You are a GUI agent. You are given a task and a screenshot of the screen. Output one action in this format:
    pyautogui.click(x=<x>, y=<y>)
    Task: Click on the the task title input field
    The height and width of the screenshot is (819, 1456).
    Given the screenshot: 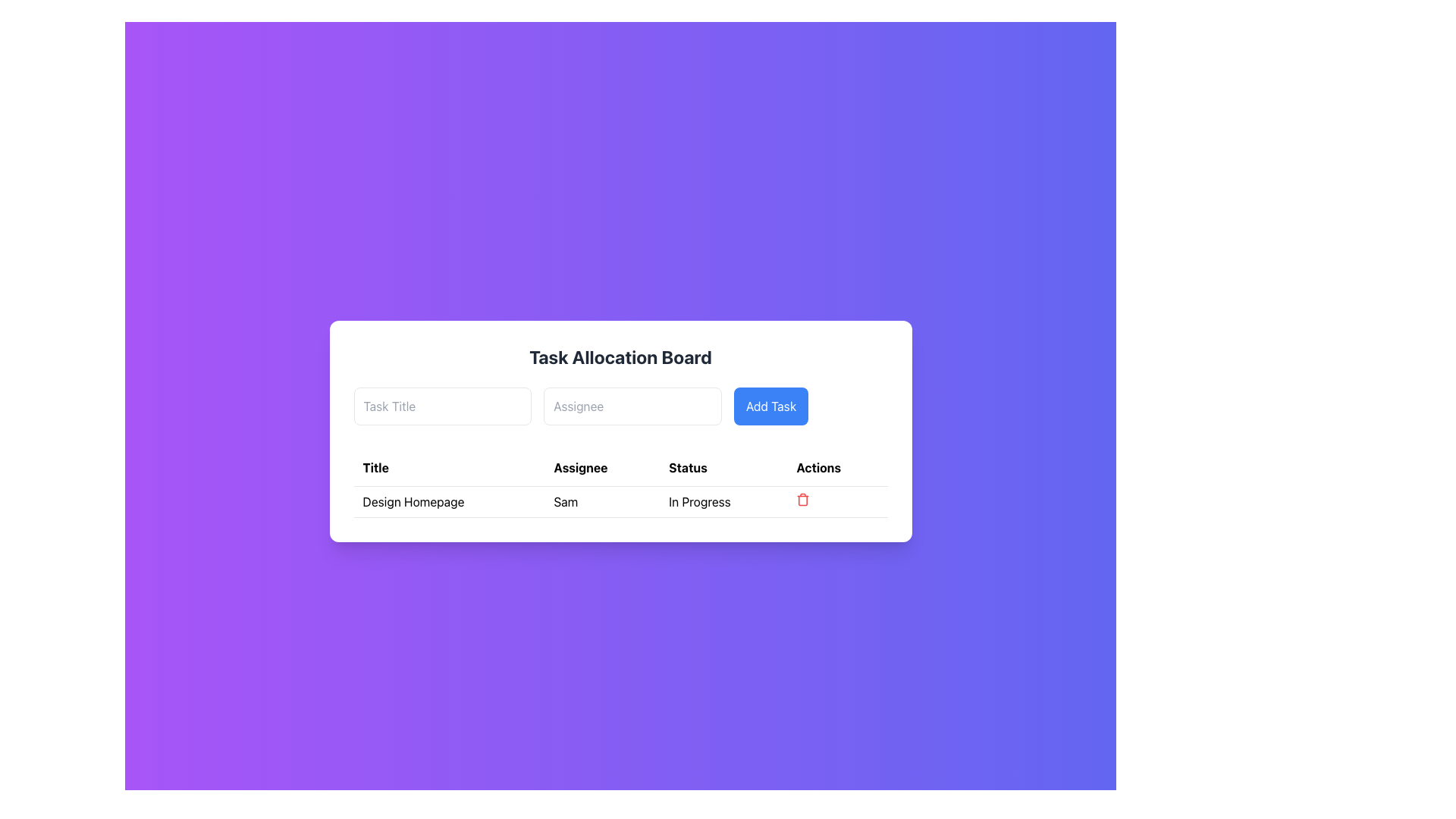 What is the action you would take?
    pyautogui.click(x=441, y=406)
    